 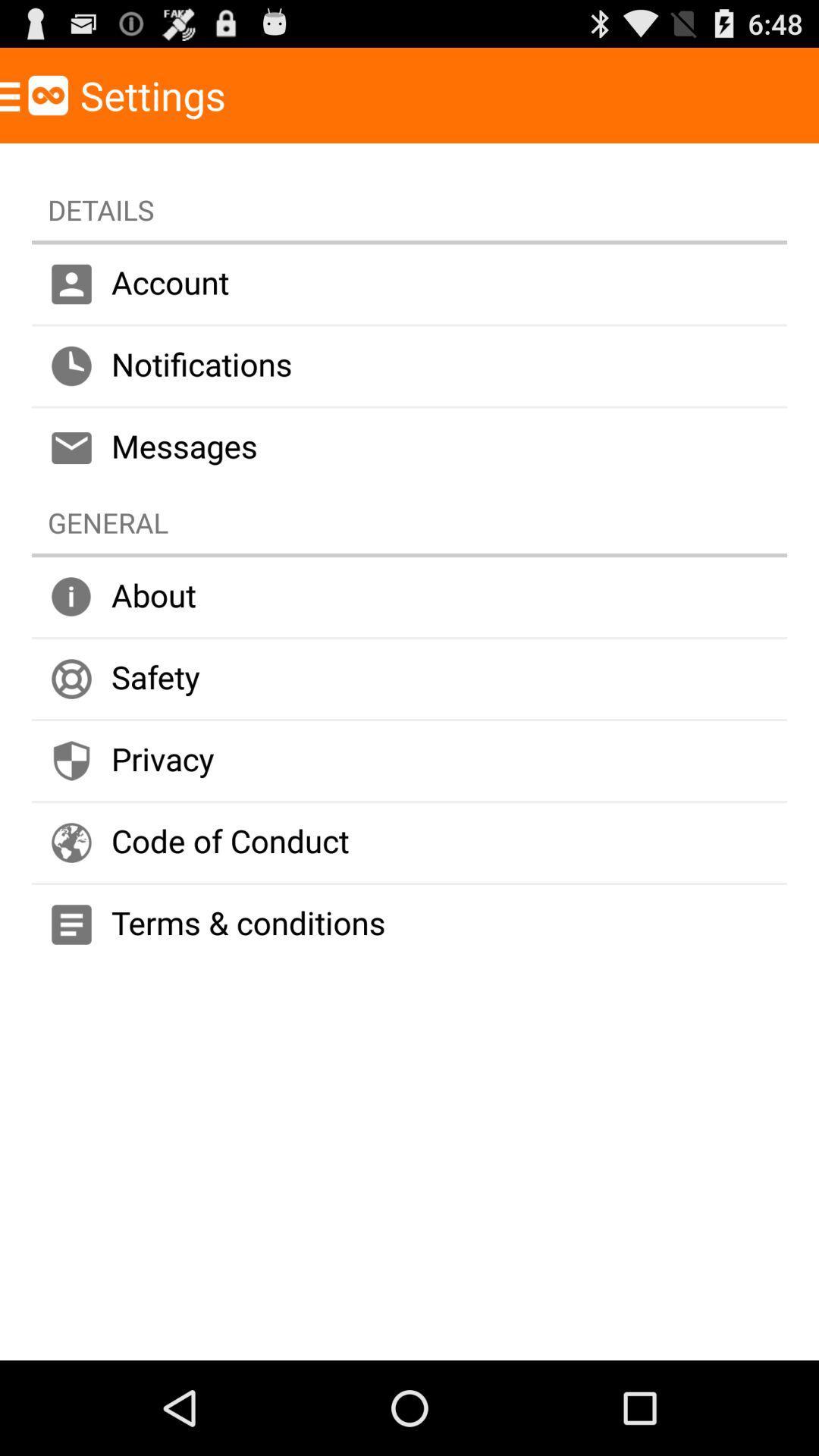 What do you see at coordinates (409, 761) in the screenshot?
I see `privacy icon` at bounding box center [409, 761].